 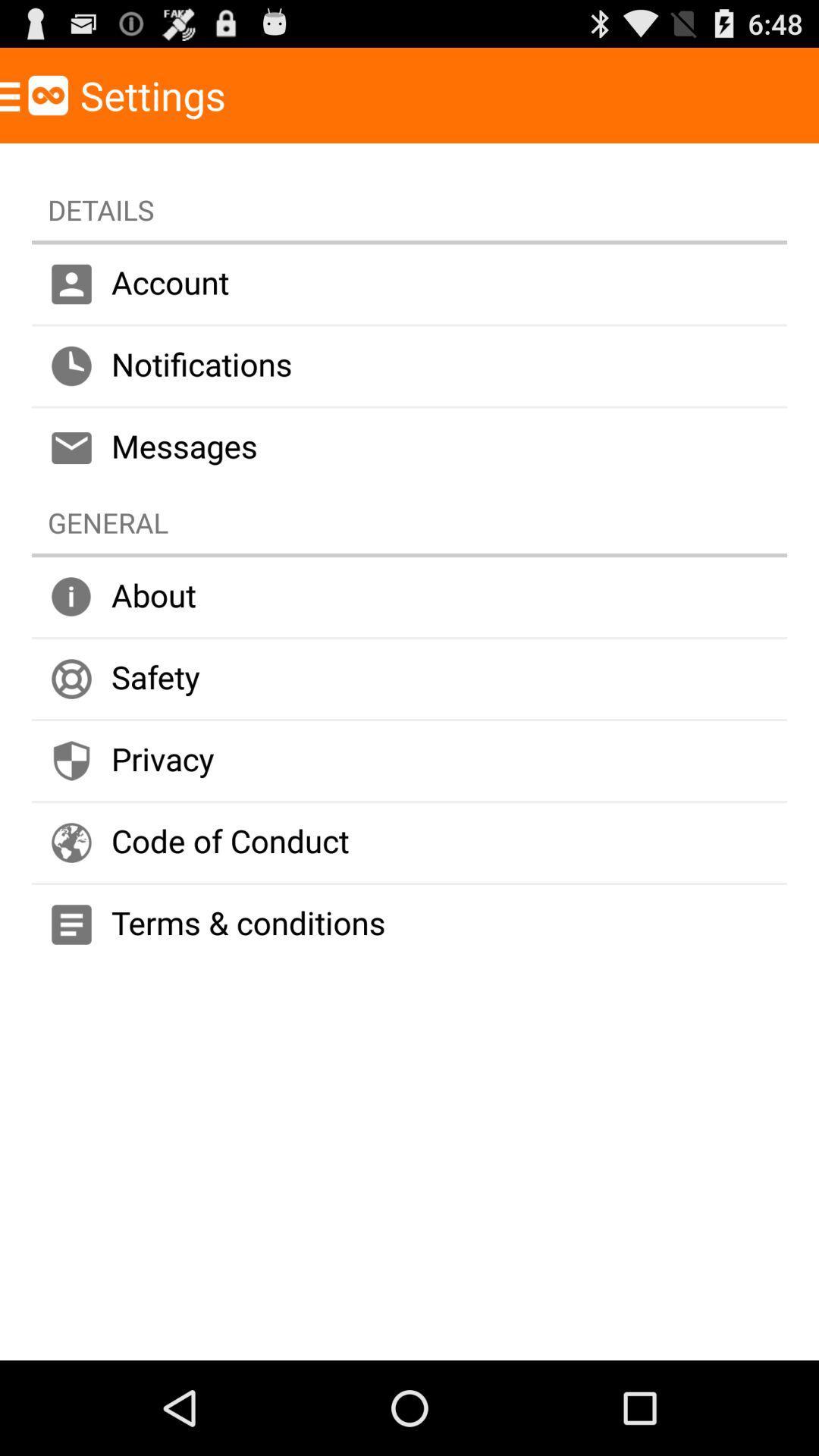 What do you see at coordinates (409, 761) in the screenshot?
I see `privacy icon` at bounding box center [409, 761].